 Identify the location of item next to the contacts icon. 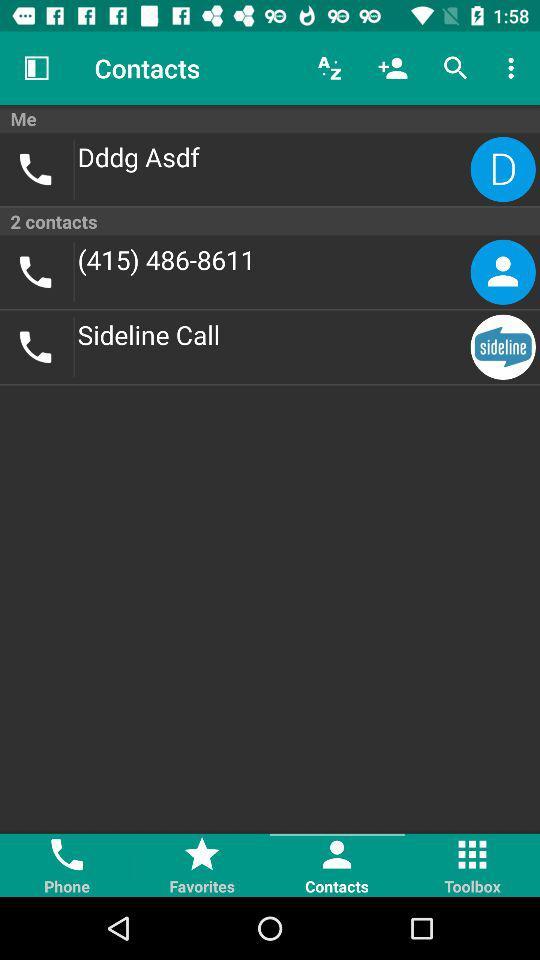
(36, 68).